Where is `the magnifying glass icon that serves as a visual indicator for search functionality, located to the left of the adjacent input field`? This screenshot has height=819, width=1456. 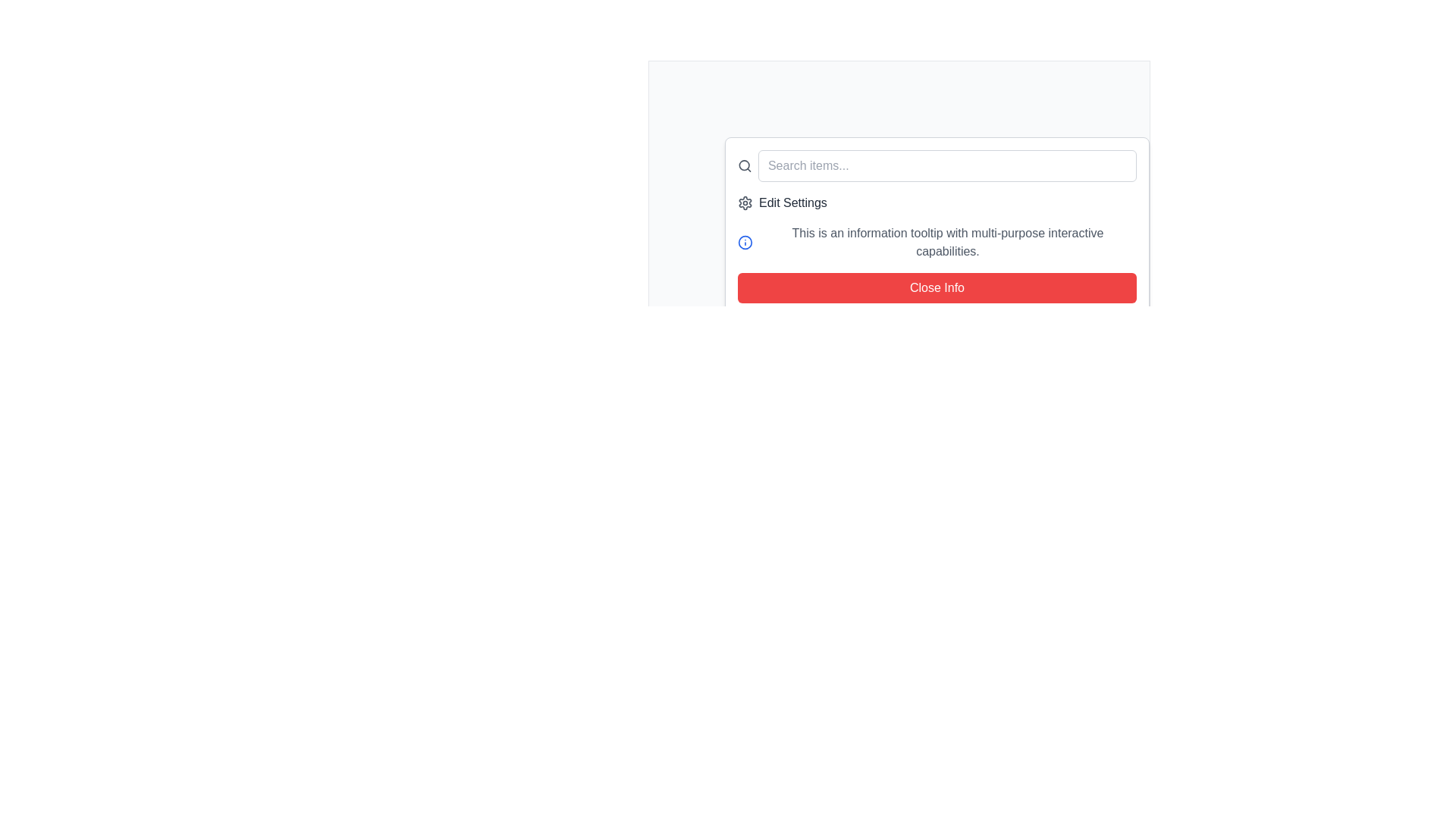 the magnifying glass icon that serves as a visual indicator for search functionality, located to the left of the adjacent input field is located at coordinates (745, 166).